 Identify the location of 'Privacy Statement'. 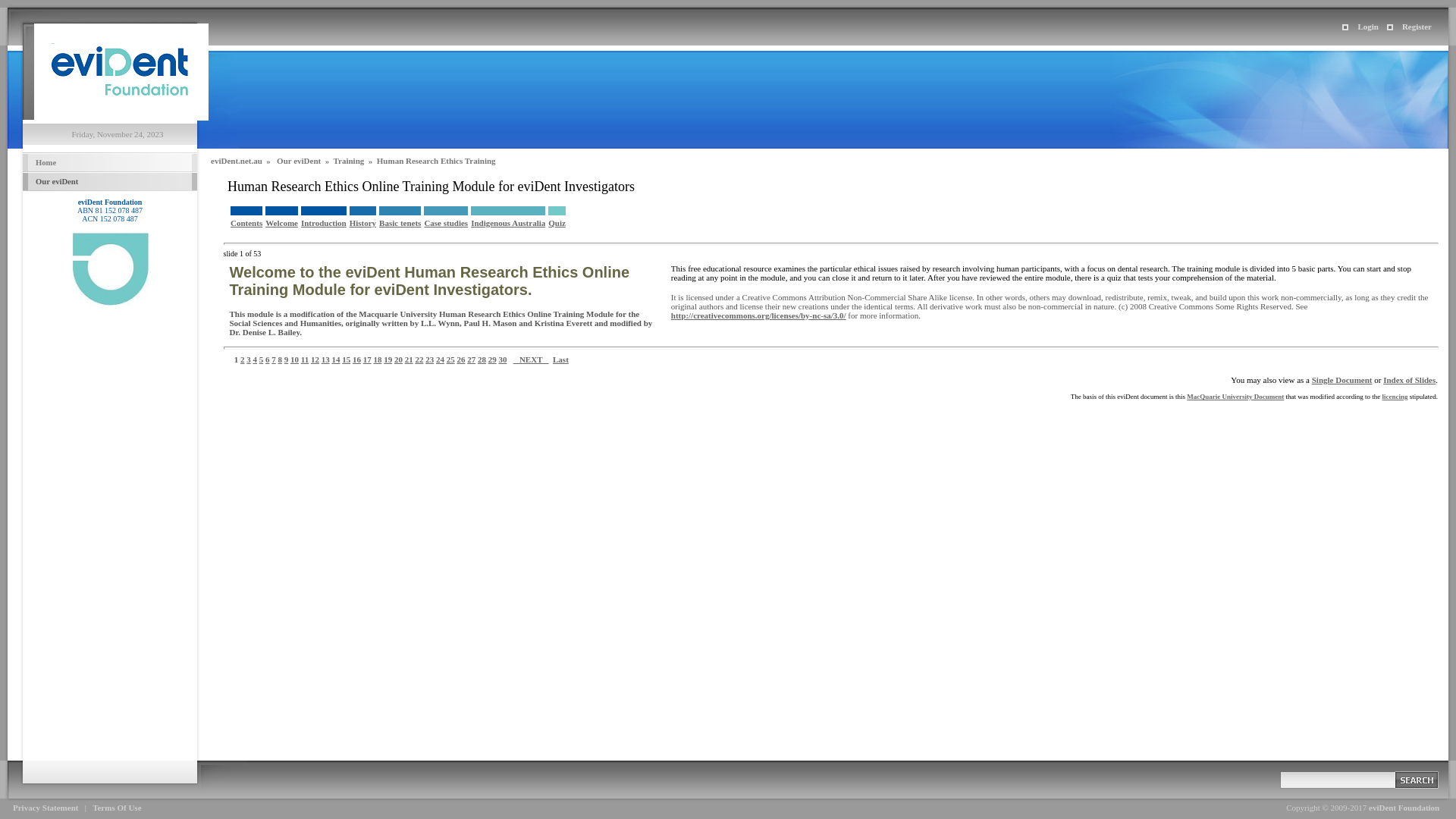
(45, 806).